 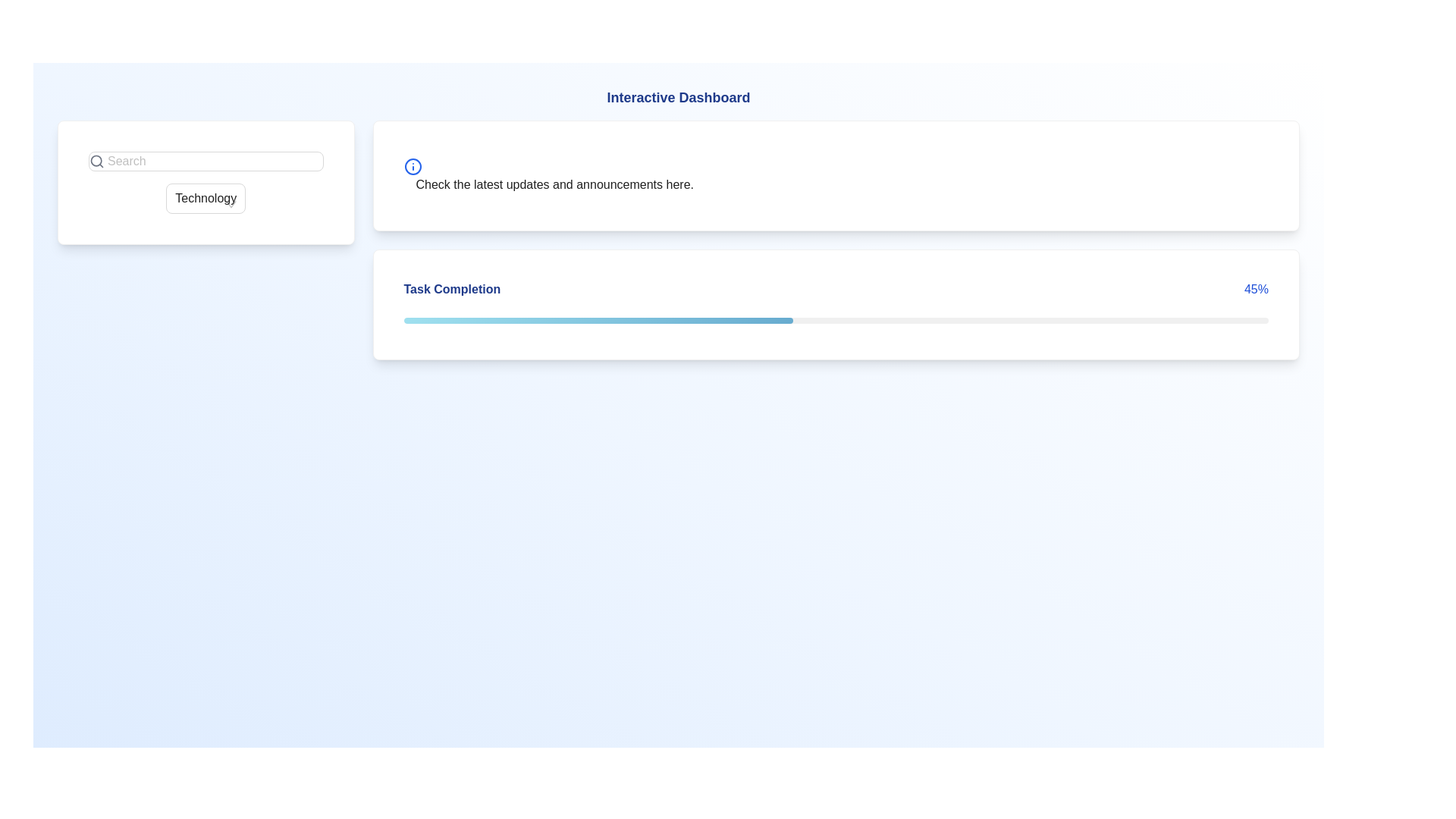 I want to click on the decorative search icon located at the left side of the search input field, which reinforces the search functionality for users, so click(x=96, y=161).